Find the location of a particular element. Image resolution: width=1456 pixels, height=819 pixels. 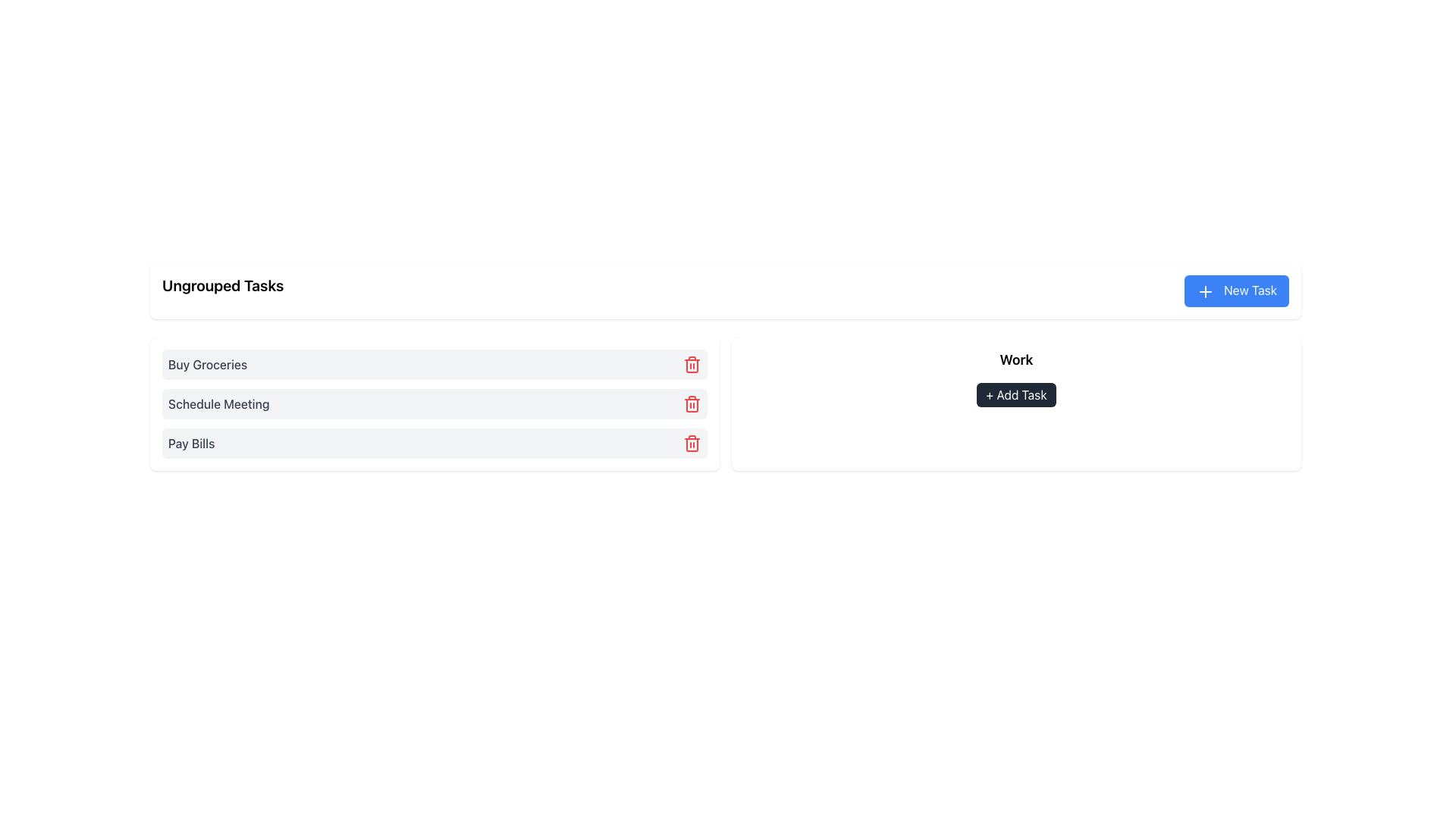

the Text Label that indicates the section of ungrouped tasks, located in the top left corner of a white box with rounded edges is located at coordinates (222, 290).